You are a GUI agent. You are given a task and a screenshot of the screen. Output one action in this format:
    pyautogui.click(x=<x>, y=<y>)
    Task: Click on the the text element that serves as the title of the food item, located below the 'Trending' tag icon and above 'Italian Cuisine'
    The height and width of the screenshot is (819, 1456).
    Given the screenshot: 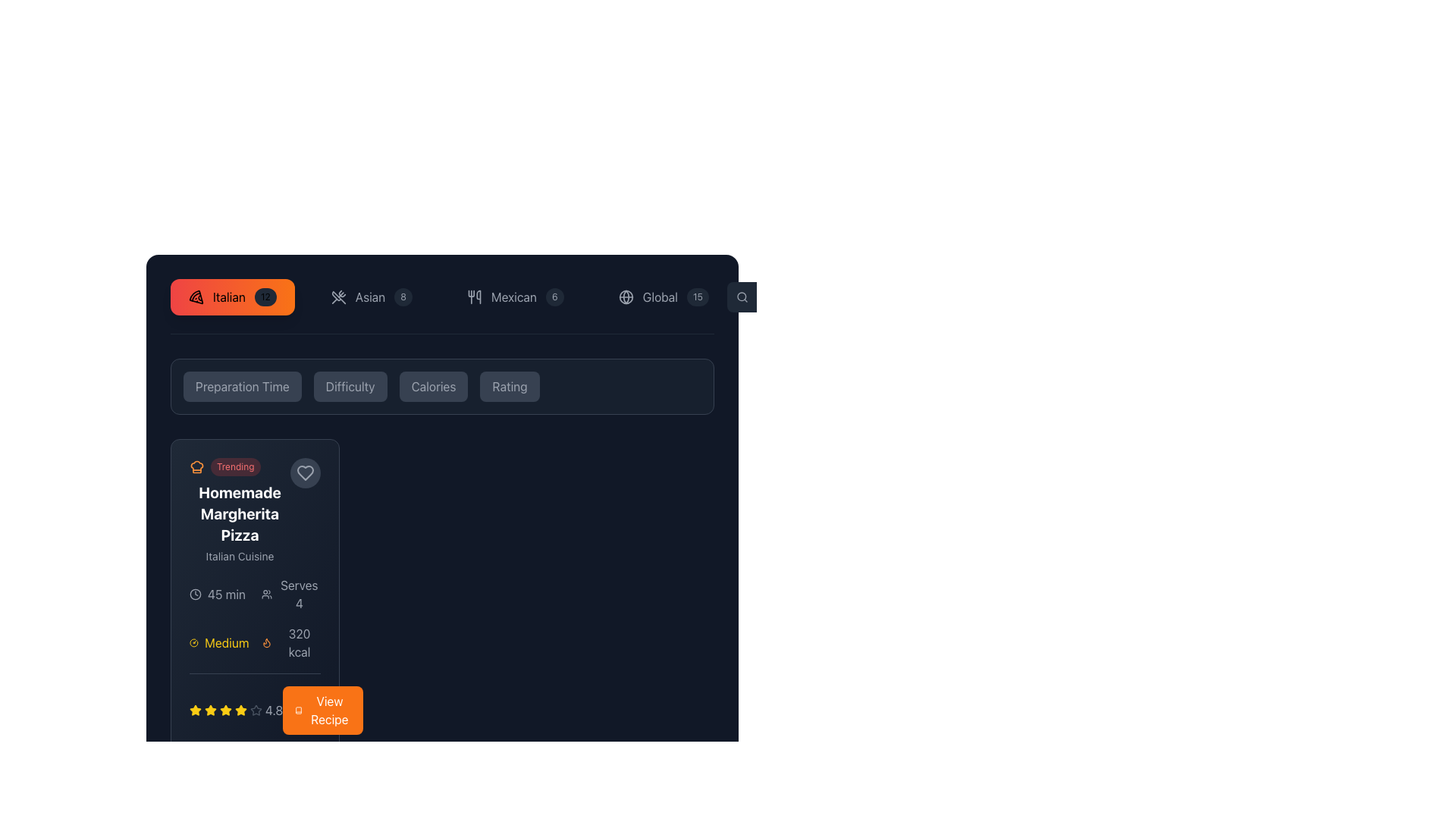 What is the action you would take?
    pyautogui.click(x=239, y=513)
    